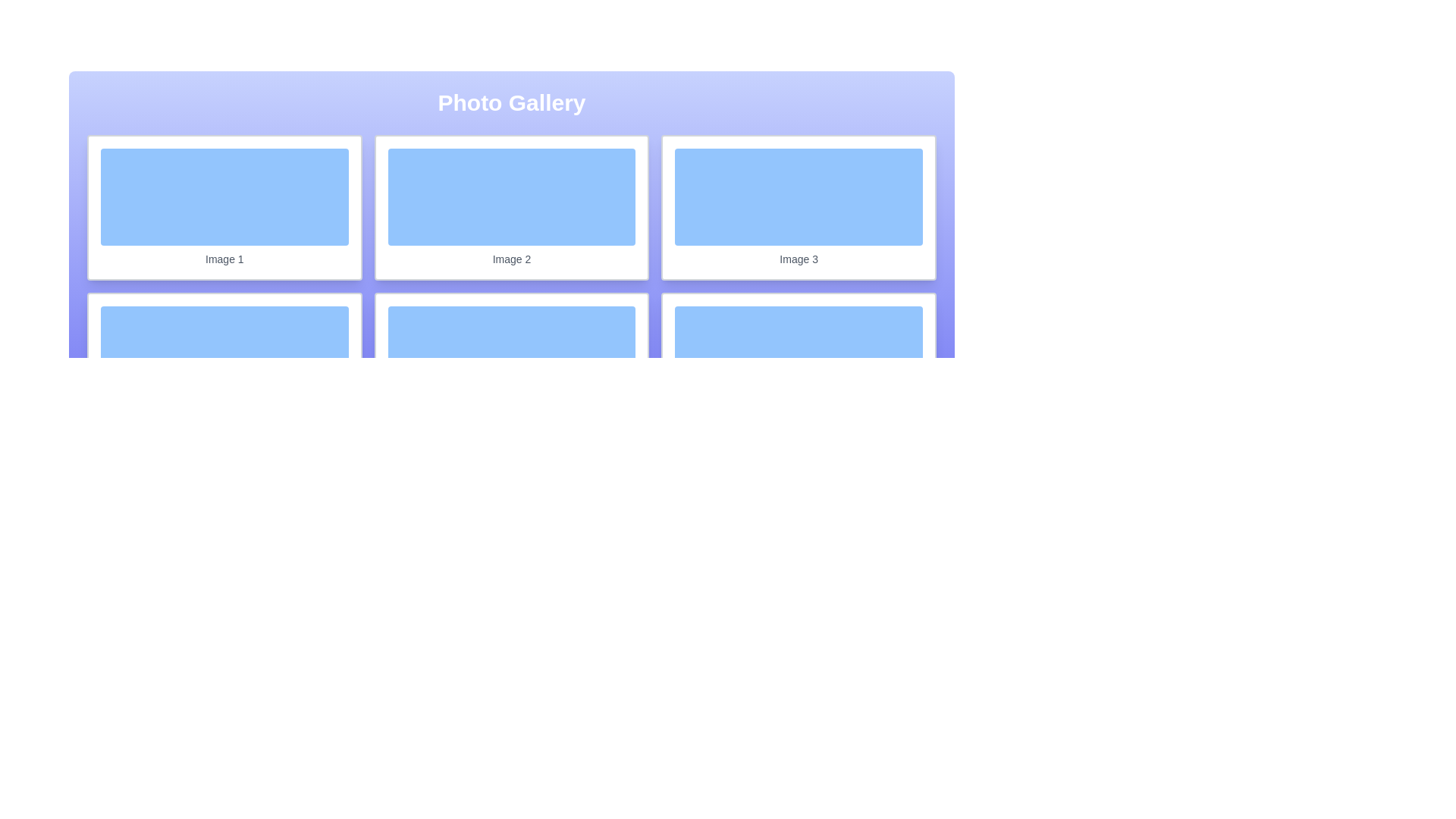  I want to click on the Text Label that serves as a label for the photo above it in the center thumbnail of the grid in the photo gallery interface, so click(512, 259).